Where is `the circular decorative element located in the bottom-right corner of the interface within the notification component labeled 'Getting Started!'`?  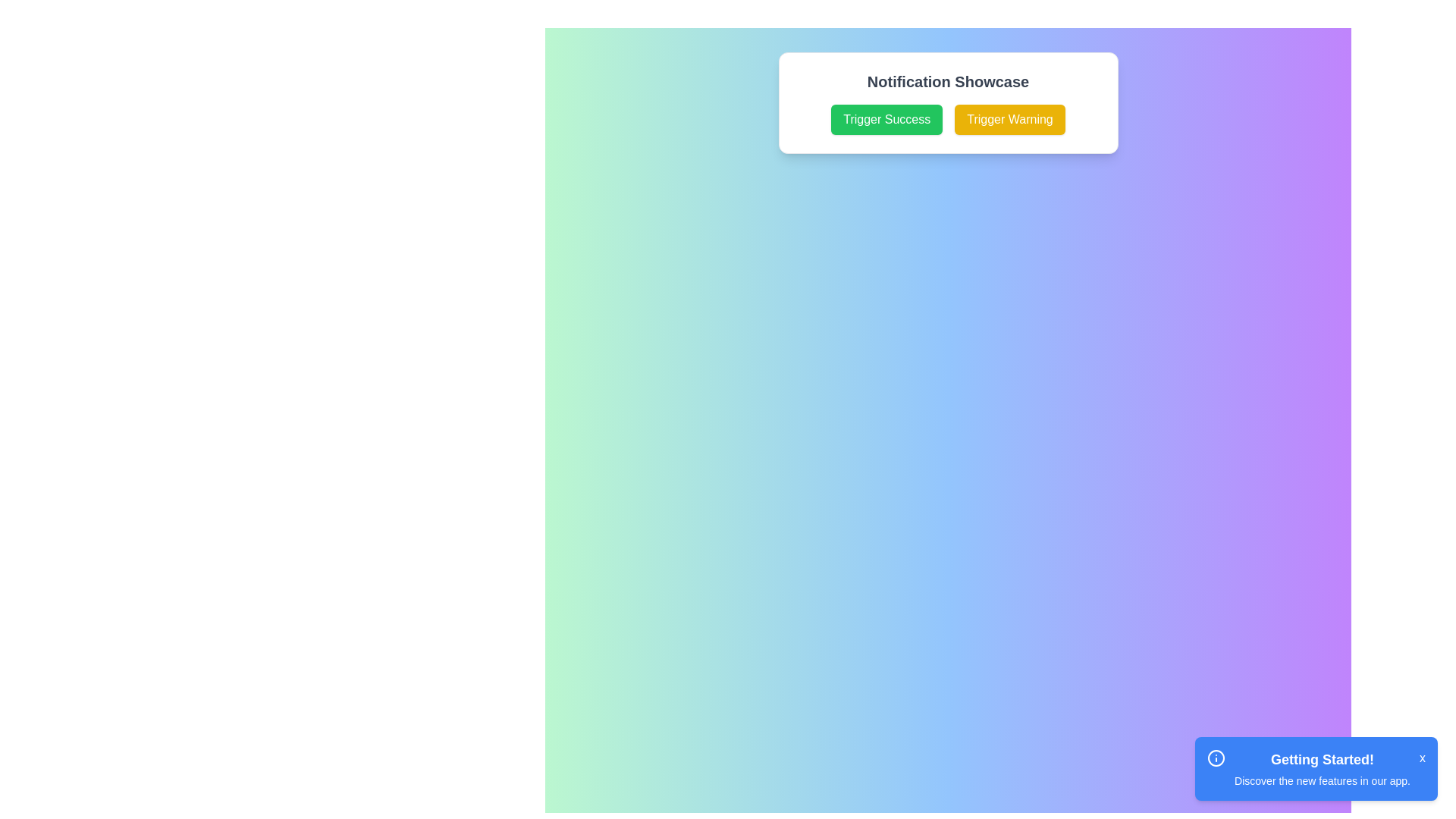 the circular decorative element located in the bottom-right corner of the interface within the notification component labeled 'Getting Started!' is located at coordinates (1216, 758).